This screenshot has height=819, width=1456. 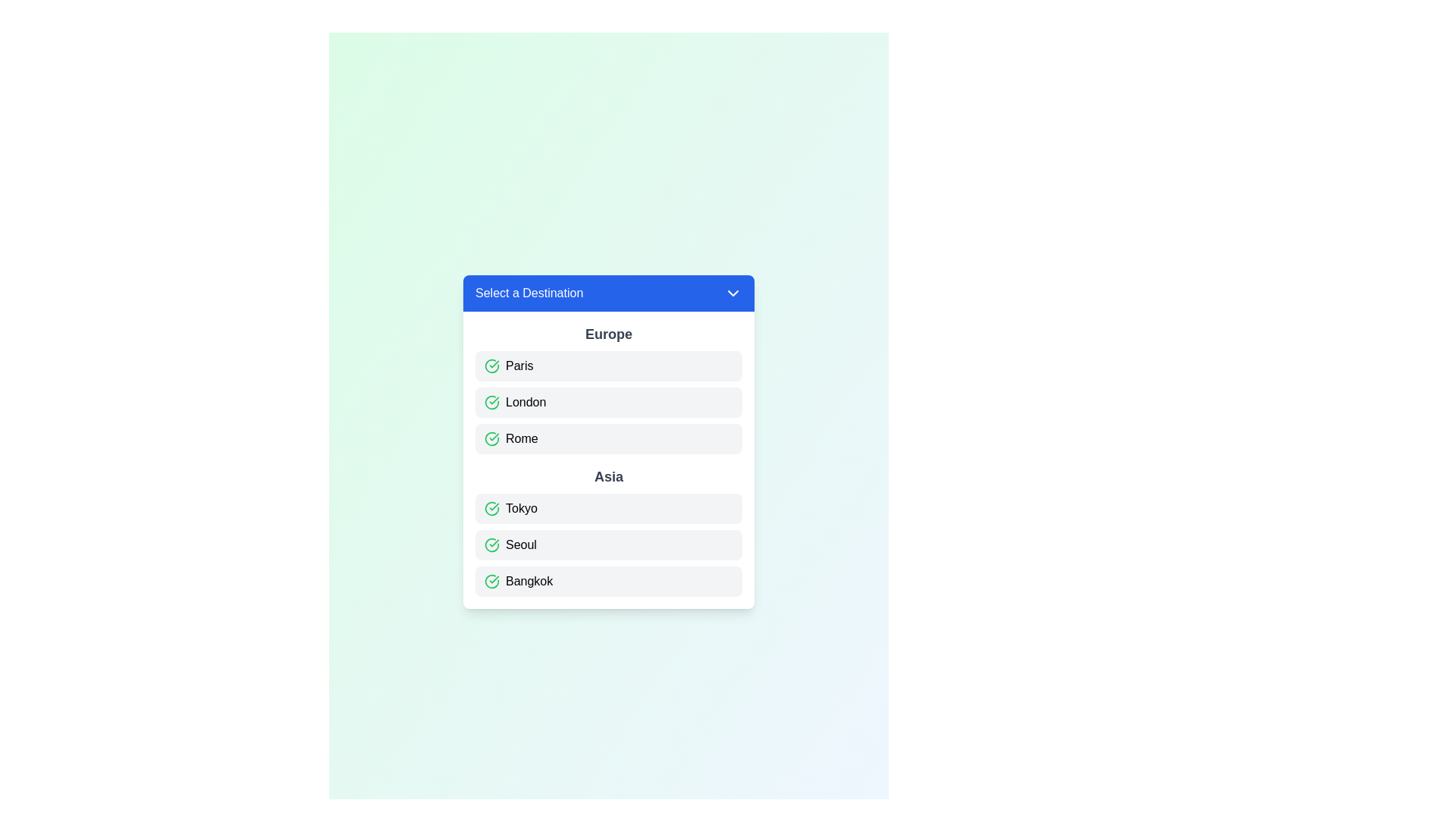 I want to click on header text indicating the purpose of the dropdown menu, which is located in the blue header section at the top of the dropdown interface, so click(x=529, y=293).